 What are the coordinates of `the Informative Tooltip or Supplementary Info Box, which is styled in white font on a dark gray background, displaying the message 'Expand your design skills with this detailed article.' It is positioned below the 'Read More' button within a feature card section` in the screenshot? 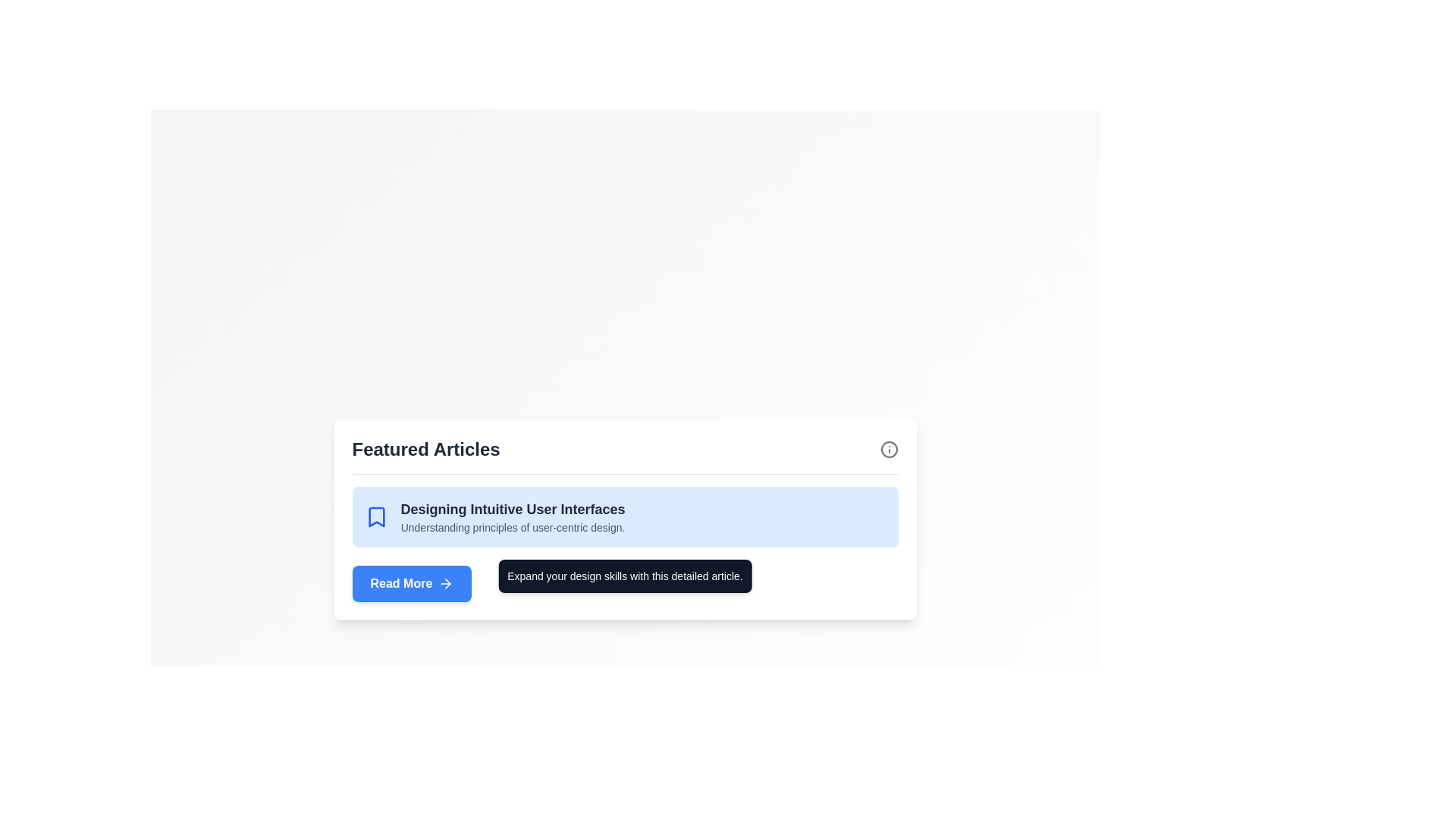 It's located at (625, 576).